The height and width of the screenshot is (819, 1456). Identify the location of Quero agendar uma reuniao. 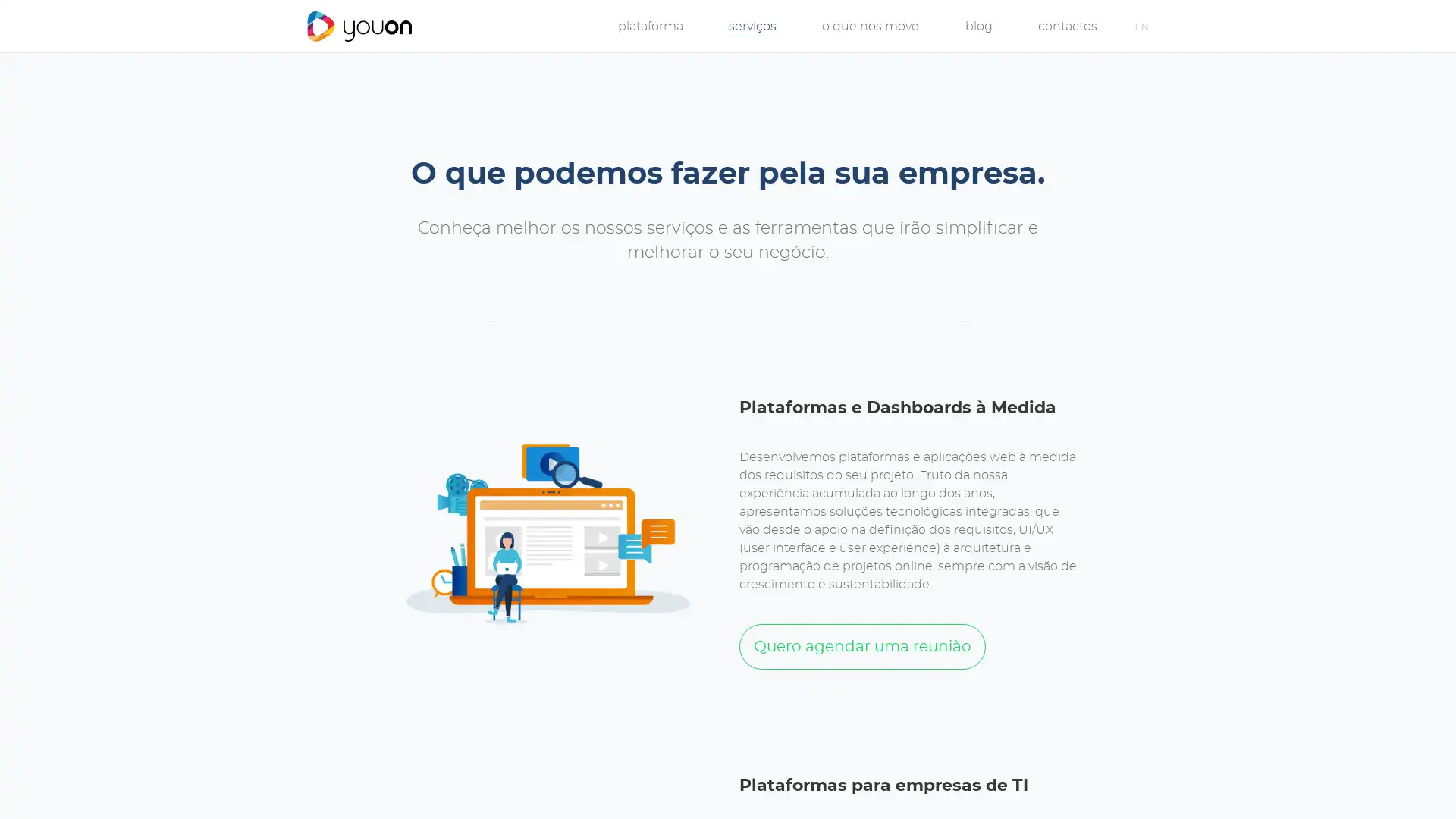
(862, 646).